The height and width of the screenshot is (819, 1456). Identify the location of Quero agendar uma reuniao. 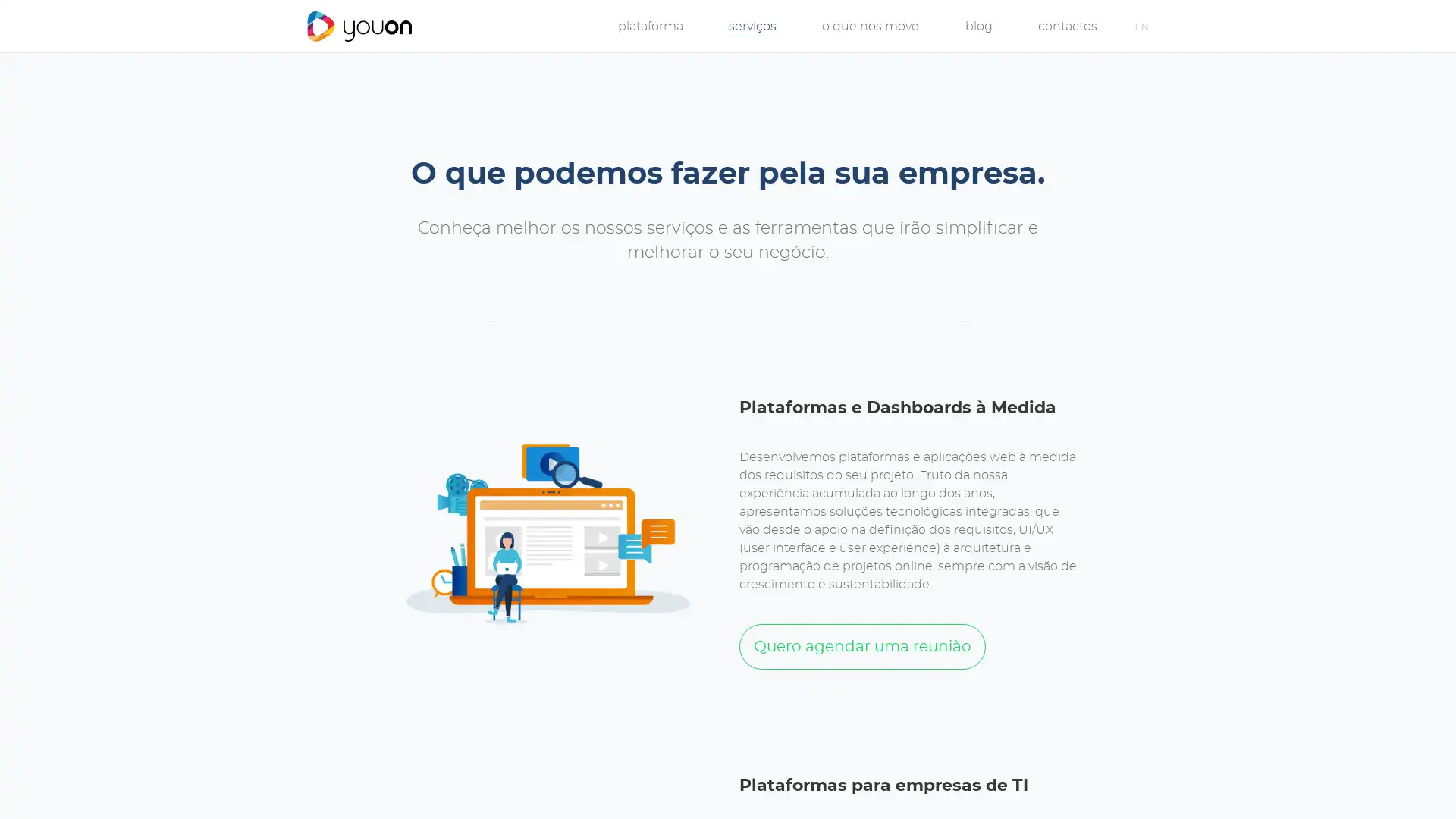
(862, 646).